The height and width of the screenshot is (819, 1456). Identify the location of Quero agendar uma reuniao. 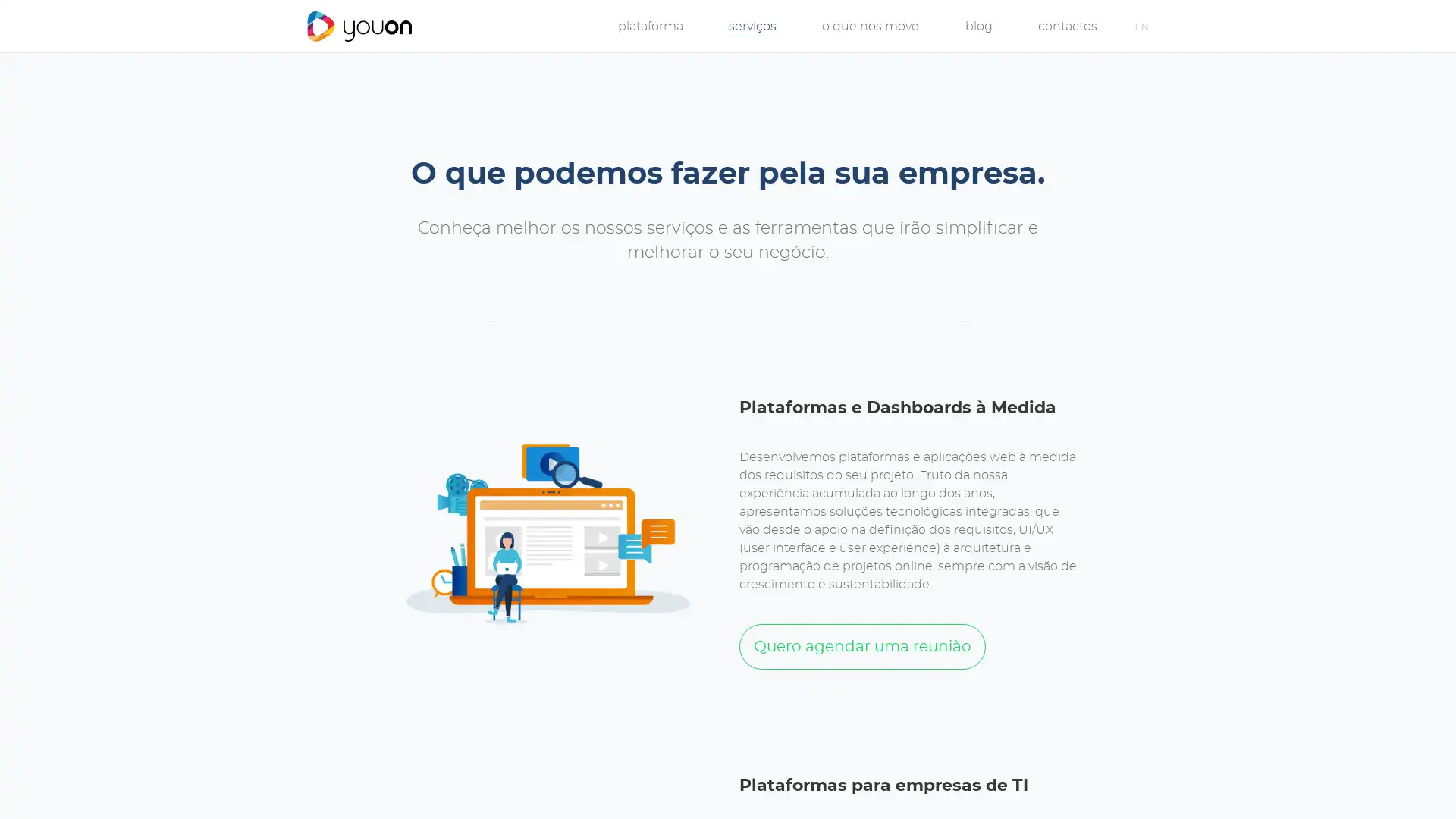
(862, 646).